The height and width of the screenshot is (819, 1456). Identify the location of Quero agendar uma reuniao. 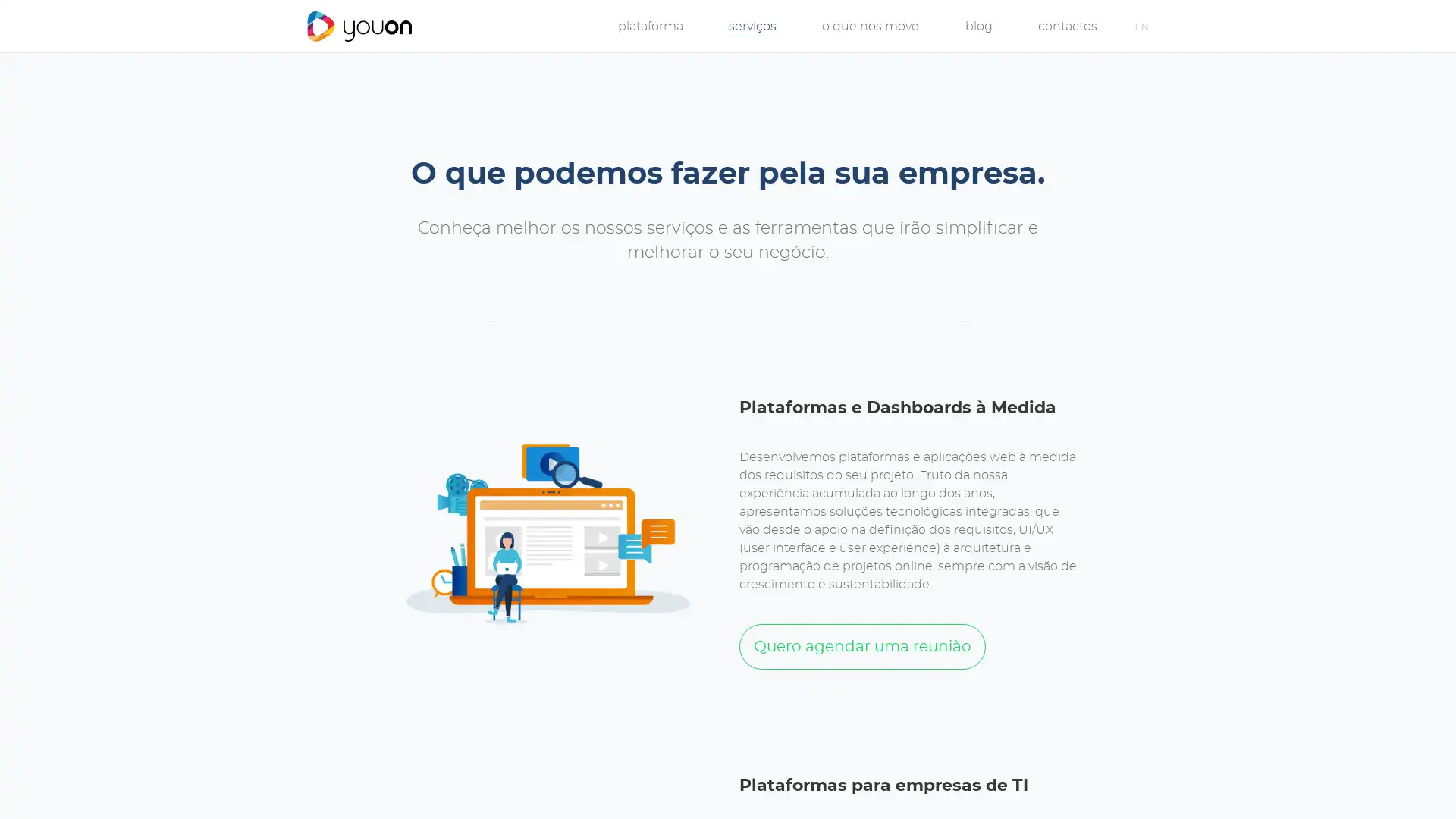
(862, 646).